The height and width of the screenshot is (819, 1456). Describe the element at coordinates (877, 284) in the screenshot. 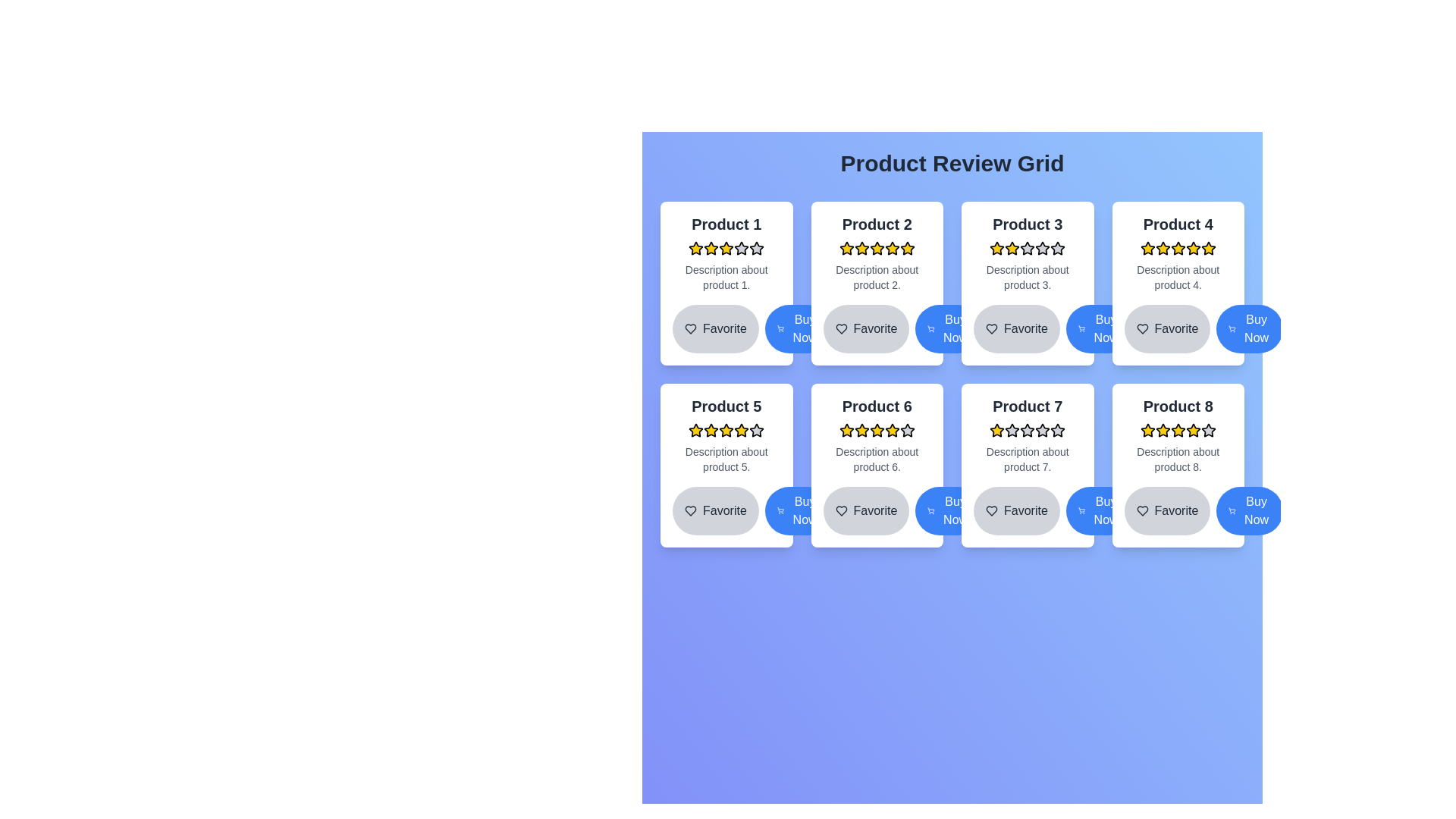

I see `the title of the product card located in the second position of the first row` at that location.